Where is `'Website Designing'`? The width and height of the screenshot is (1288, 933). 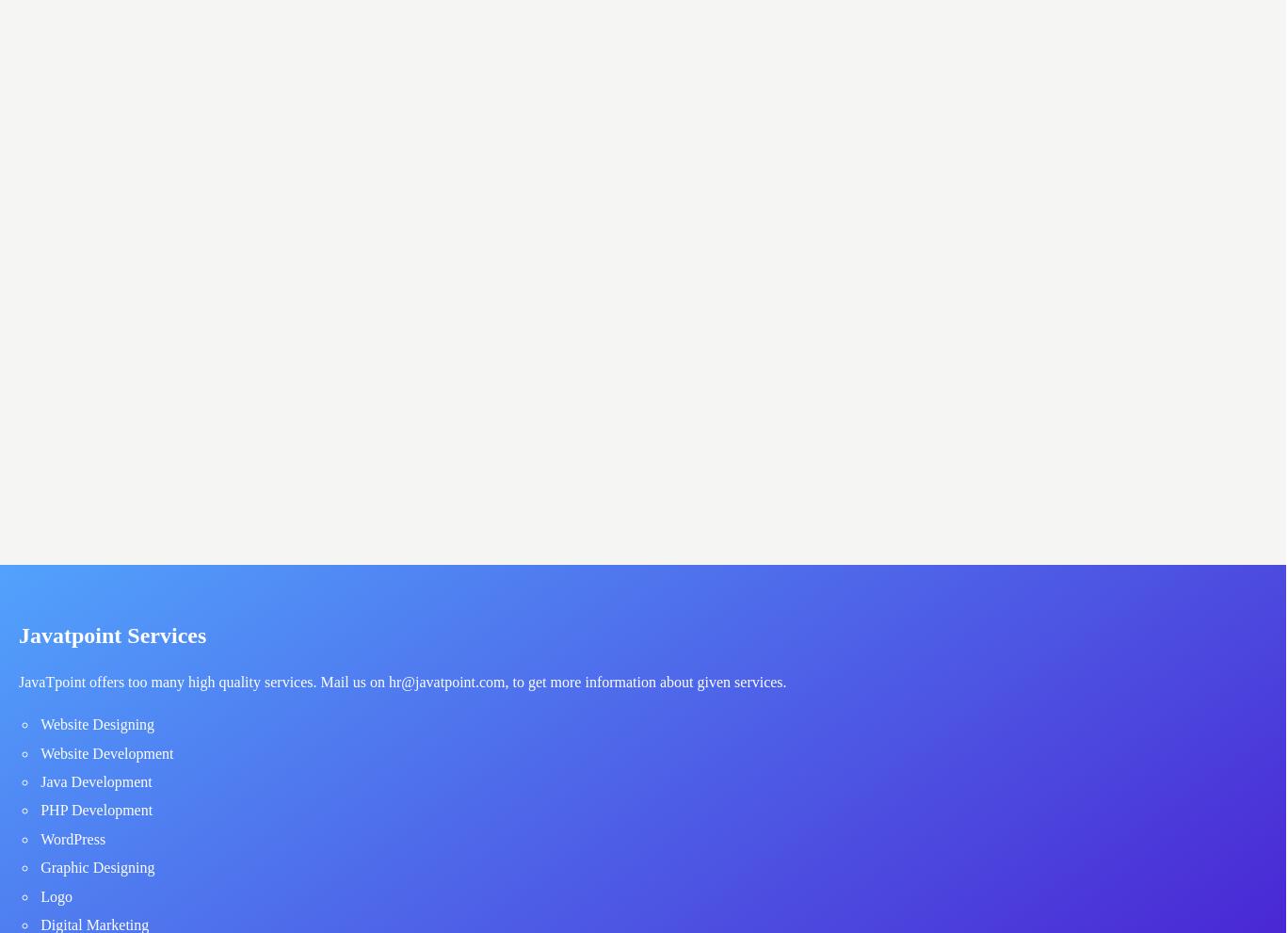
'Website Designing' is located at coordinates (97, 724).